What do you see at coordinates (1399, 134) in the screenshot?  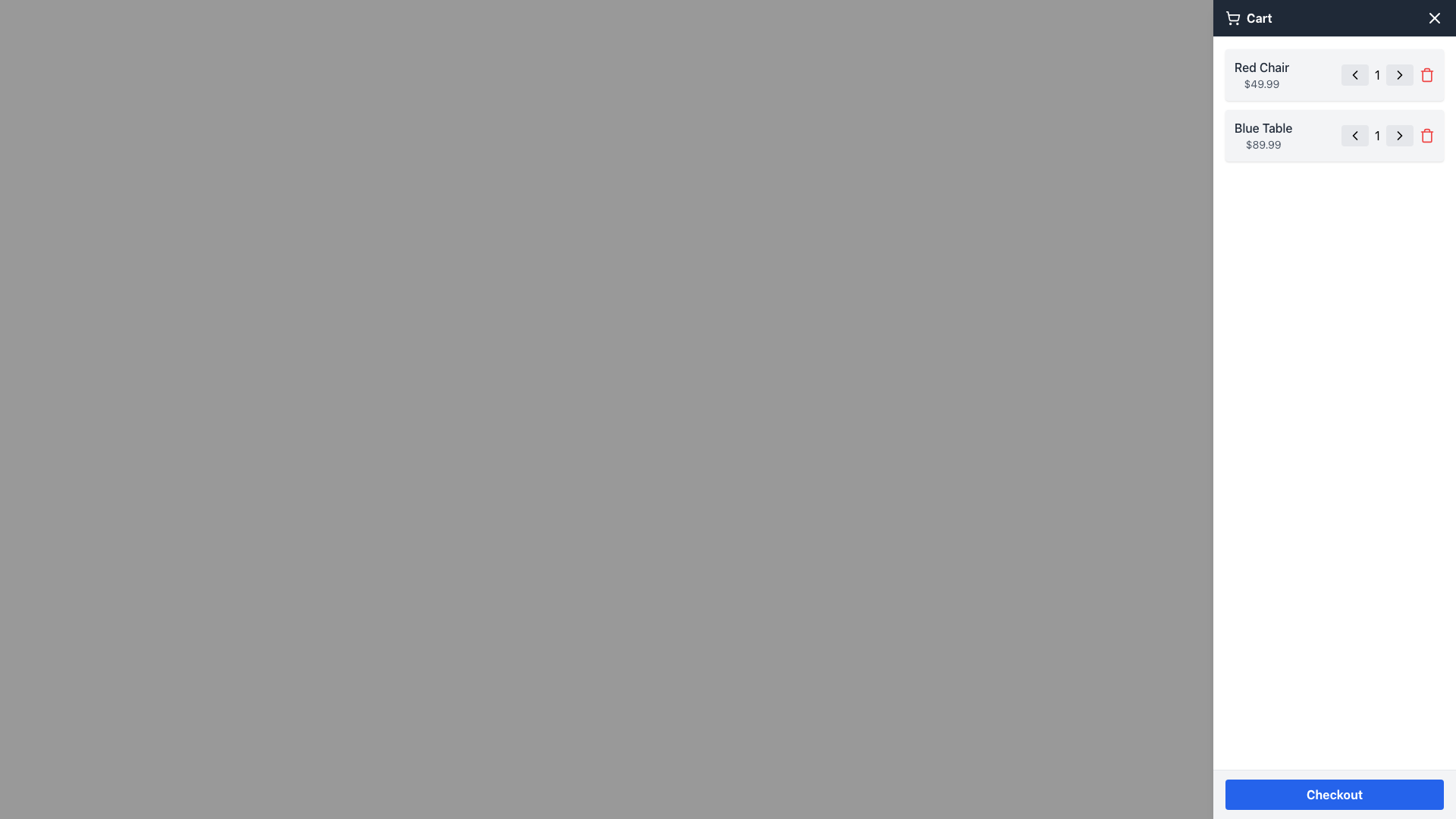 I see `the right-pointing chevron icon located in the second item of the cart list, adjacent to the quantity controls` at bounding box center [1399, 134].